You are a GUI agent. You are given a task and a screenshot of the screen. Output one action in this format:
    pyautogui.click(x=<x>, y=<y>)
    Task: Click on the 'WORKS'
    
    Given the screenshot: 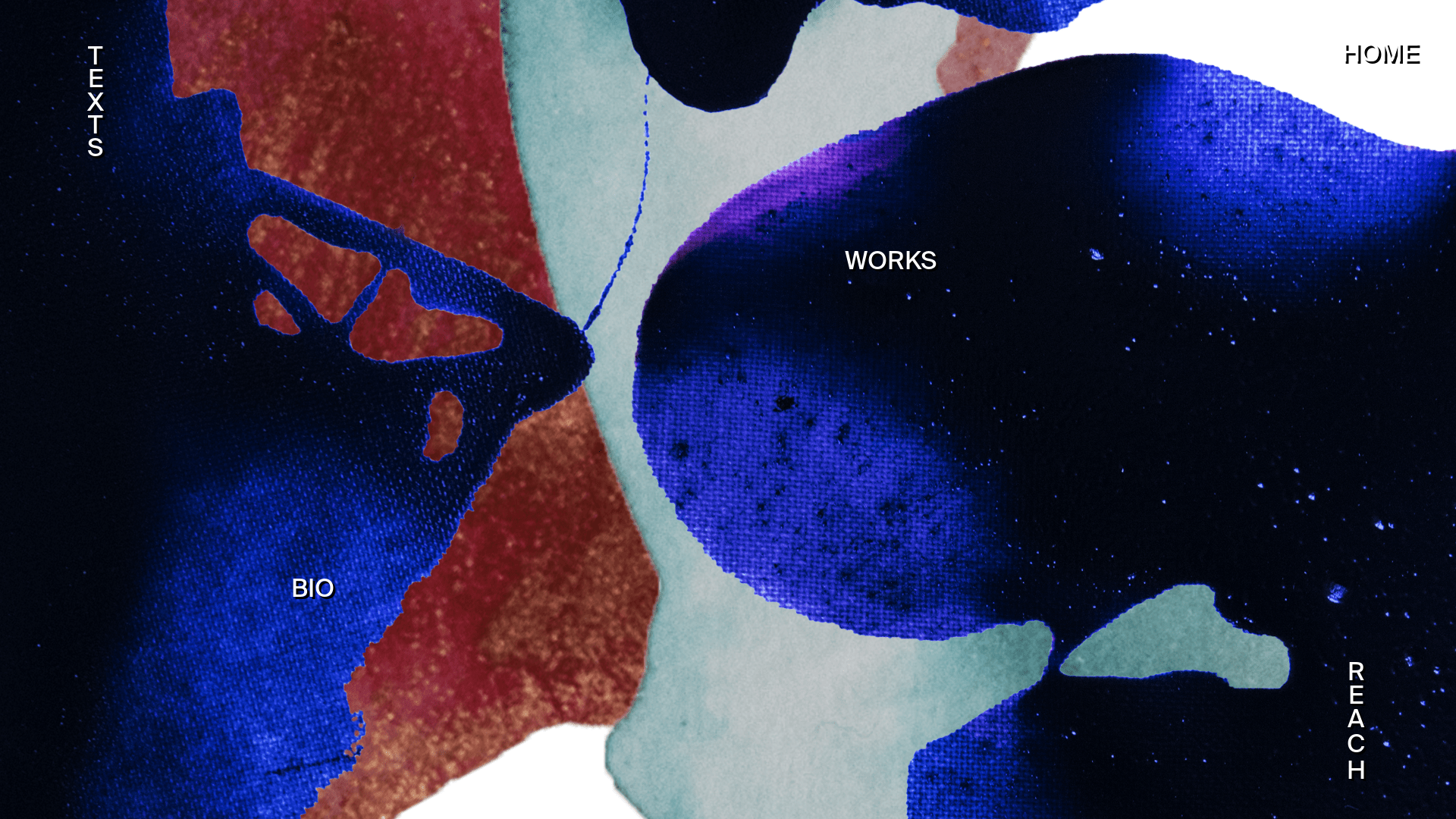 What is the action you would take?
    pyautogui.click(x=890, y=262)
    